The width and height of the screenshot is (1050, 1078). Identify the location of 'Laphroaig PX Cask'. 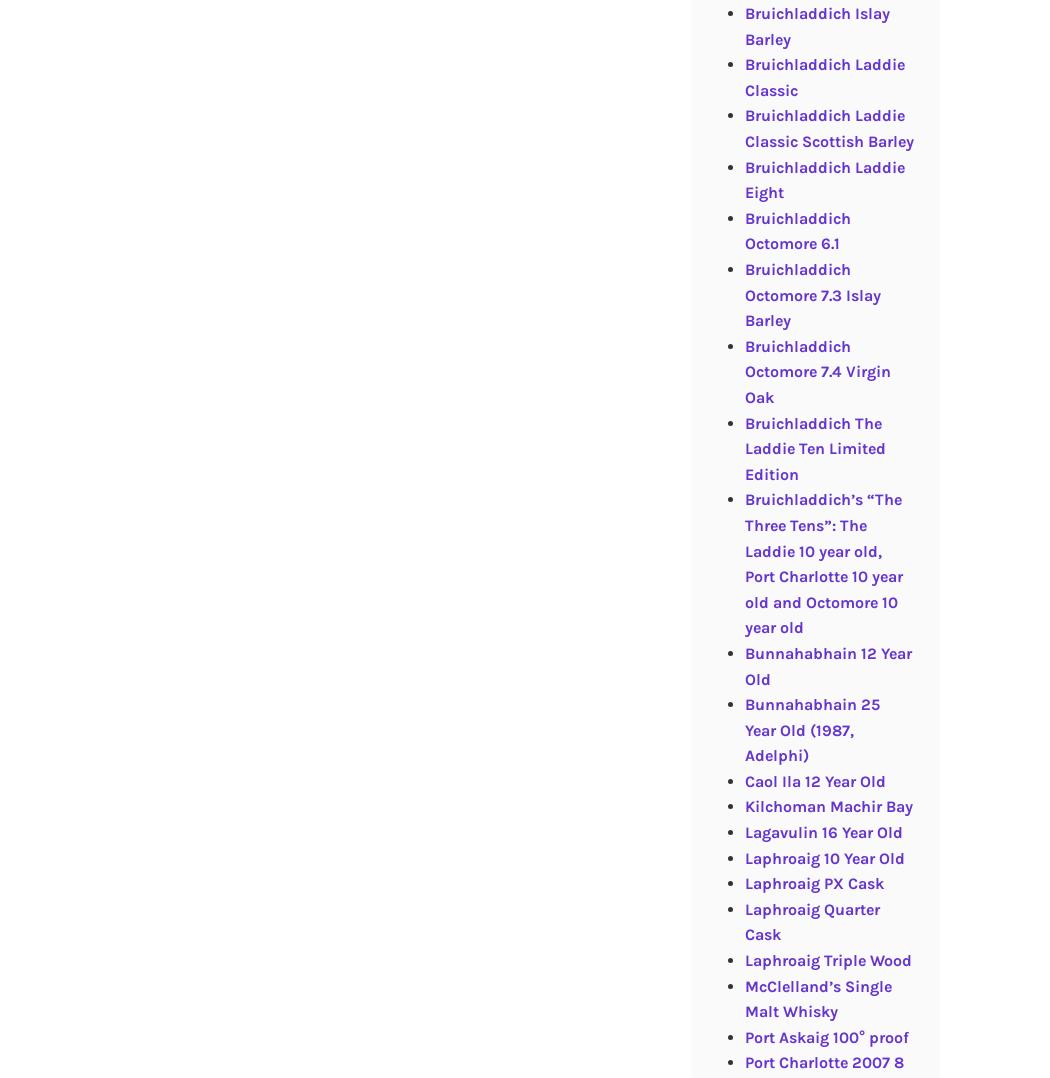
(743, 882).